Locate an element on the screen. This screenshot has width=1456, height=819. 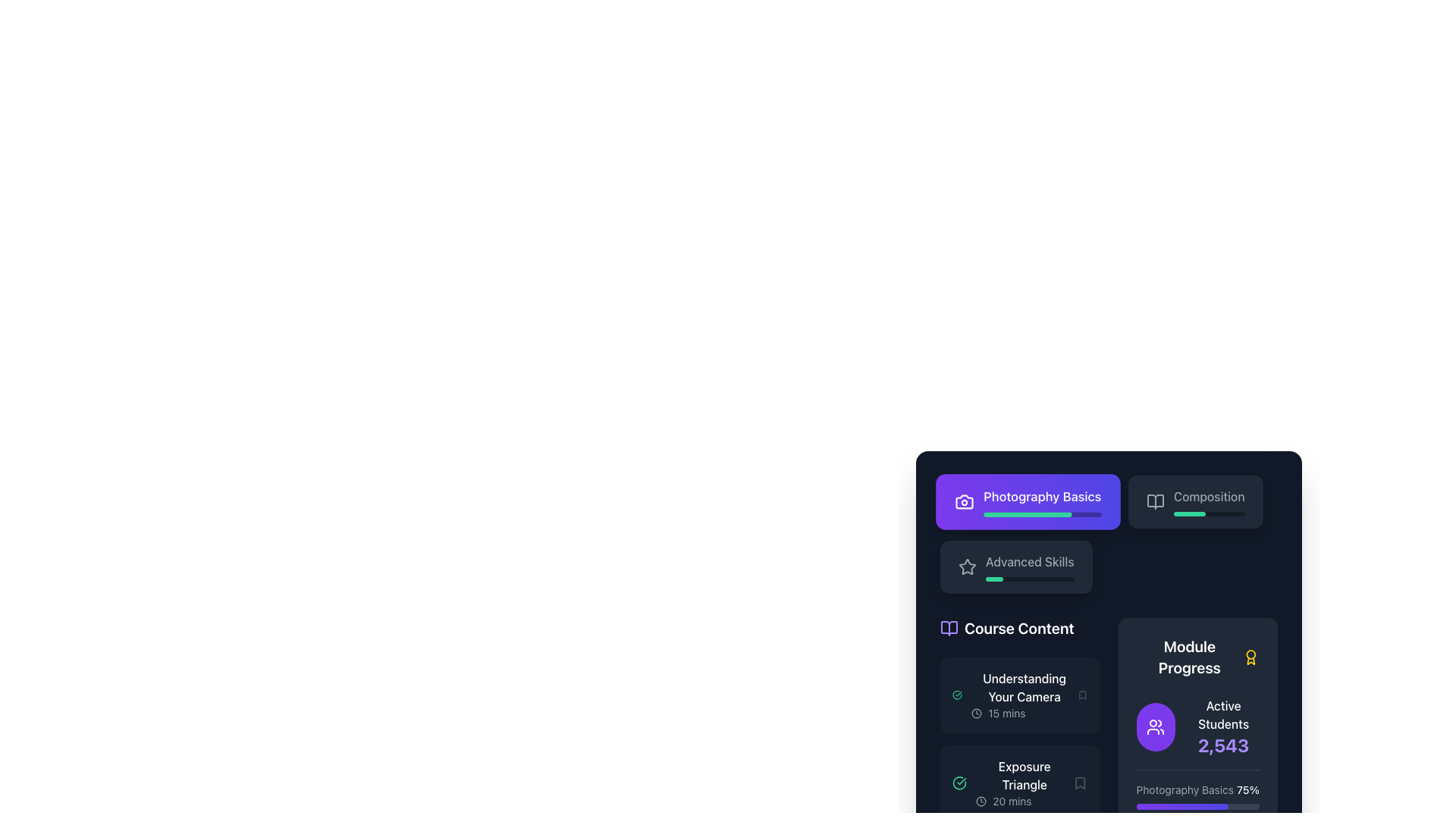
the List item representing the course lesson 'Exposure Triangle' is located at coordinates (1012, 783).